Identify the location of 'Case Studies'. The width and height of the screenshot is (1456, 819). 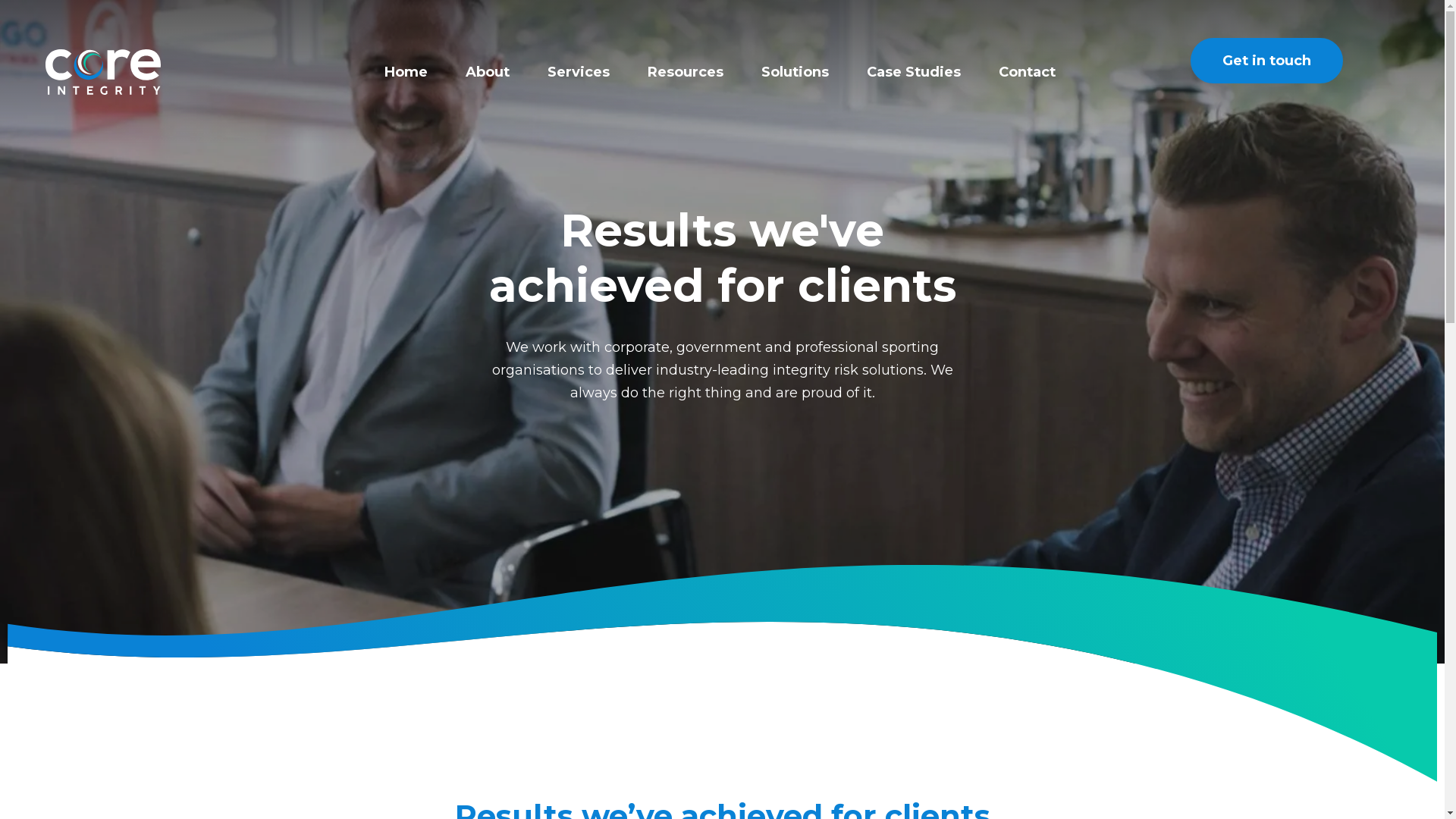
(912, 72).